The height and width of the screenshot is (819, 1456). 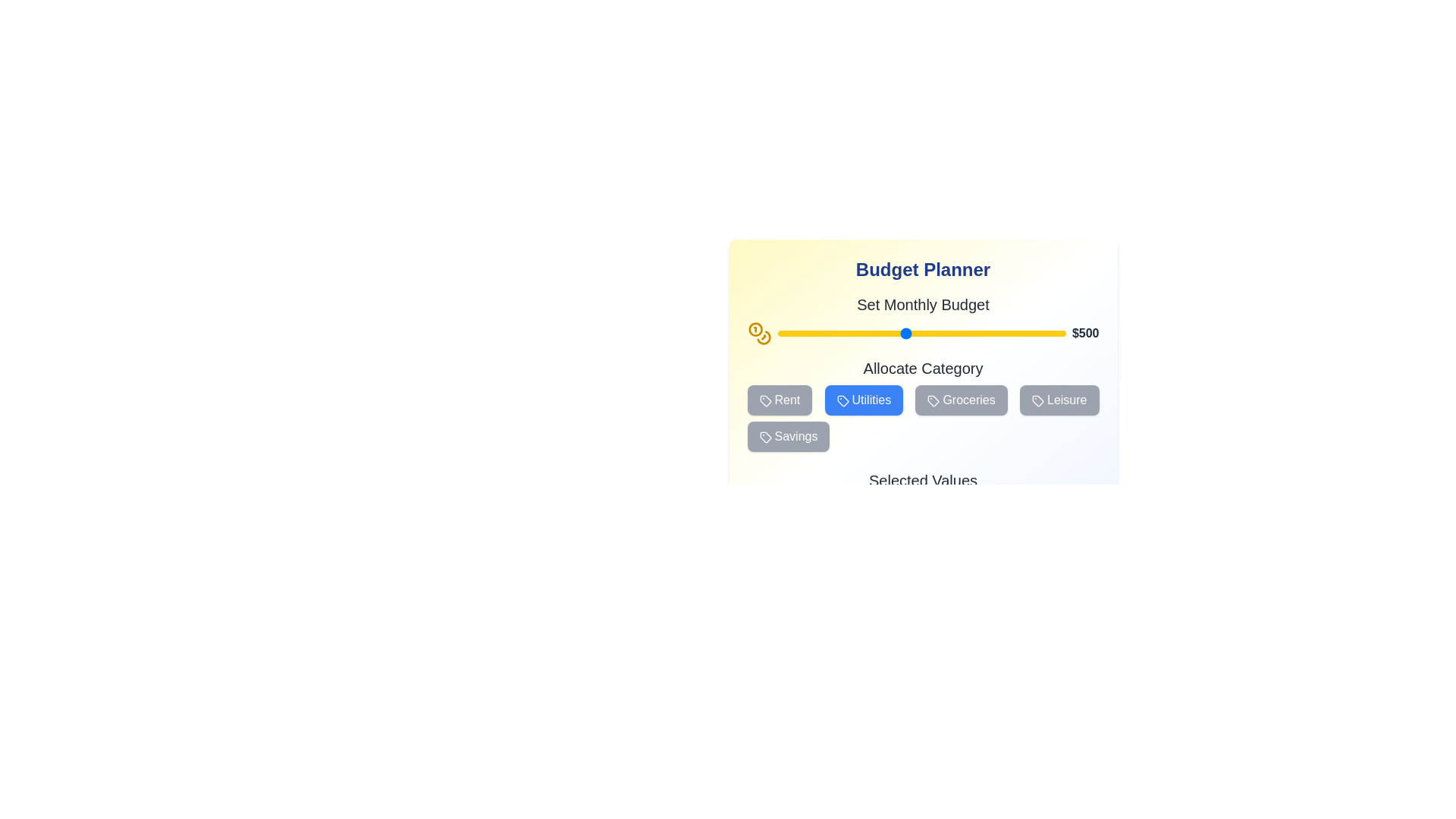 I want to click on the monthly budget, so click(x=1053, y=332).